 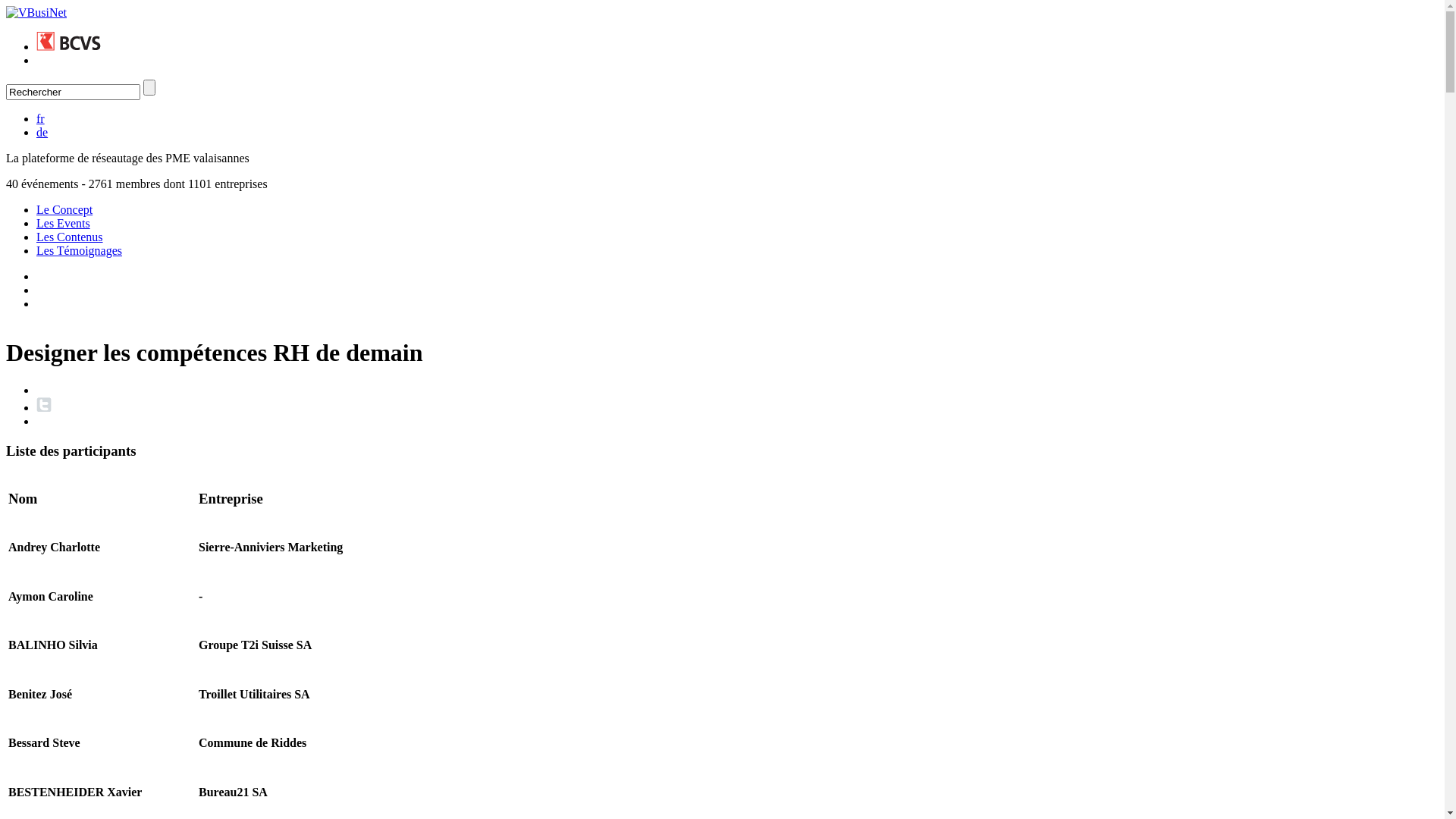 What do you see at coordinates (64, 209) in the screenshot?
I see `'Le Concept'` at bounding box center [64, 209].